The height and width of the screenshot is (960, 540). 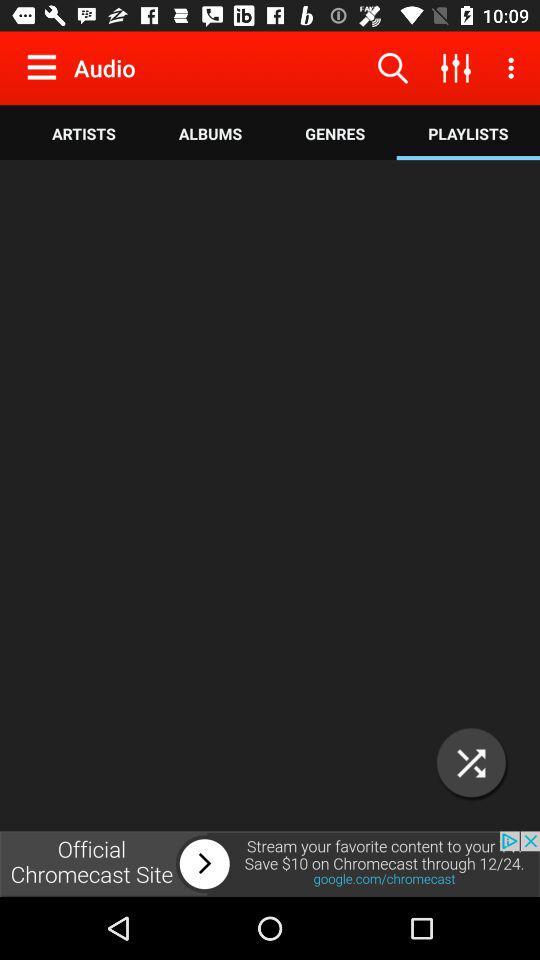 I want to click on diskgrasan, so click(x=270, y=496).